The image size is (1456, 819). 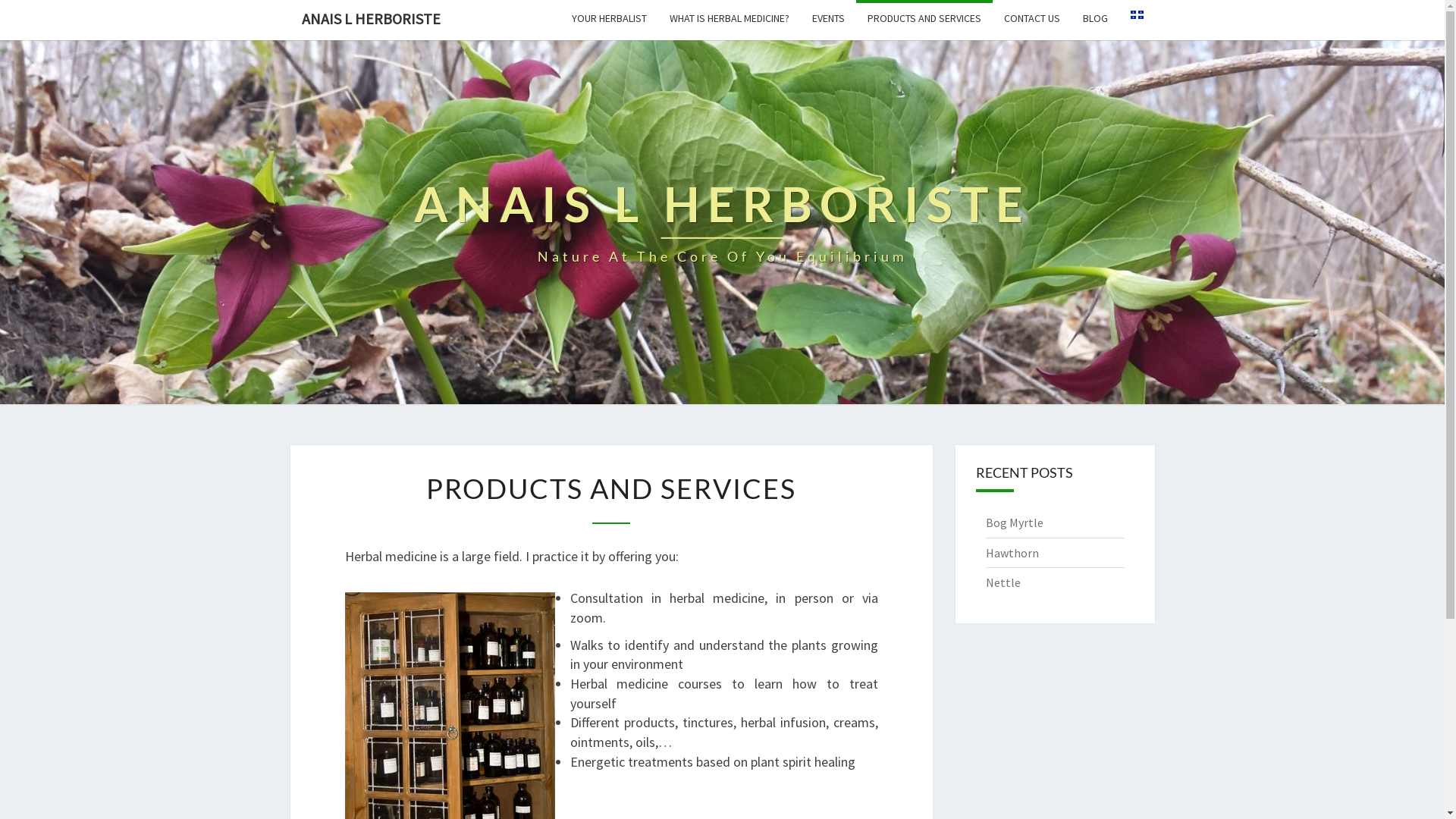 What do you see at coordinates (1069, 17) in the screenshot?
I see `'BLOG'` at bounding box center [1069, 17].